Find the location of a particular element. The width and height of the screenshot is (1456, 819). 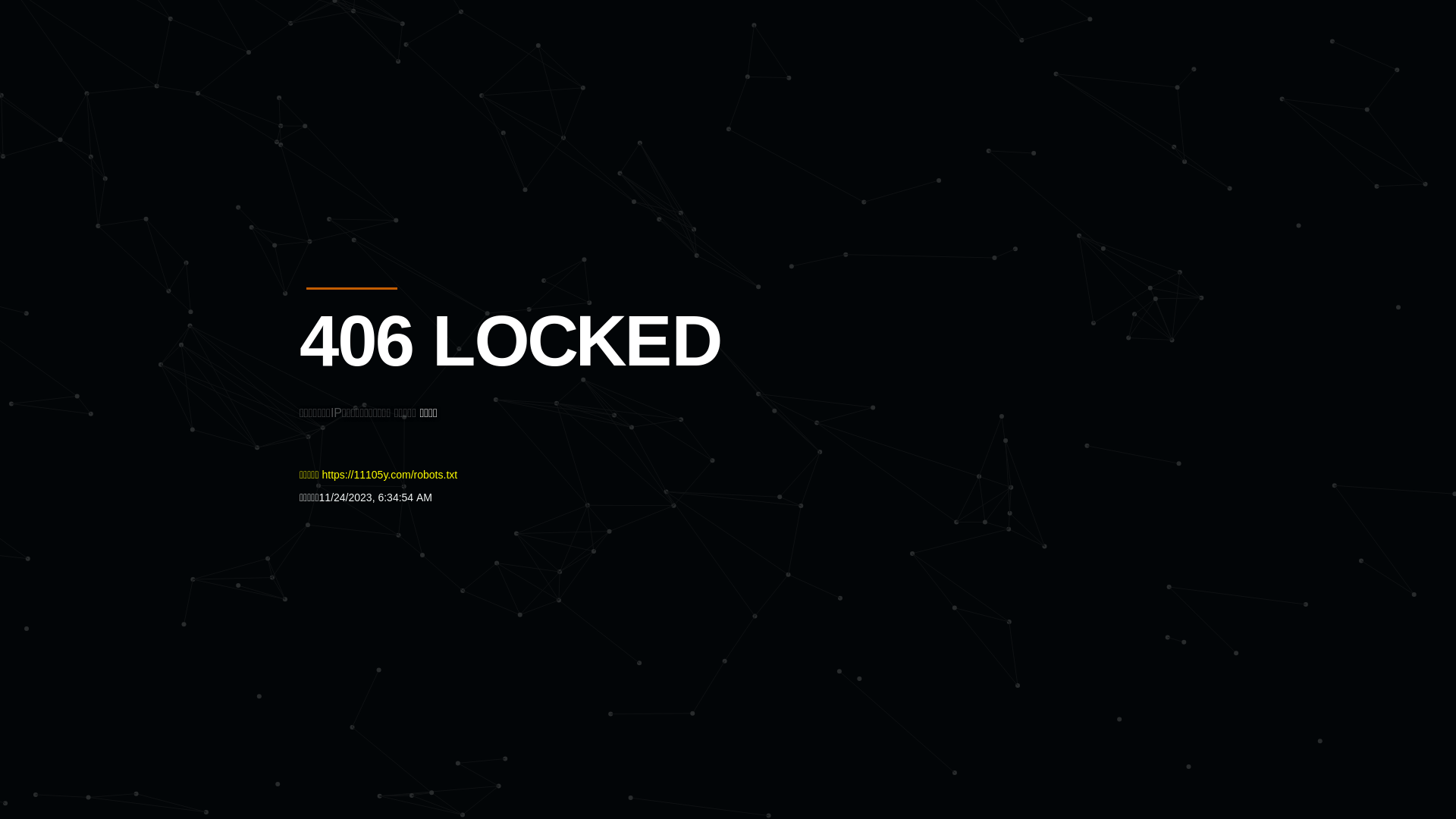

'Quatro' is located at coordinates (411, 86).